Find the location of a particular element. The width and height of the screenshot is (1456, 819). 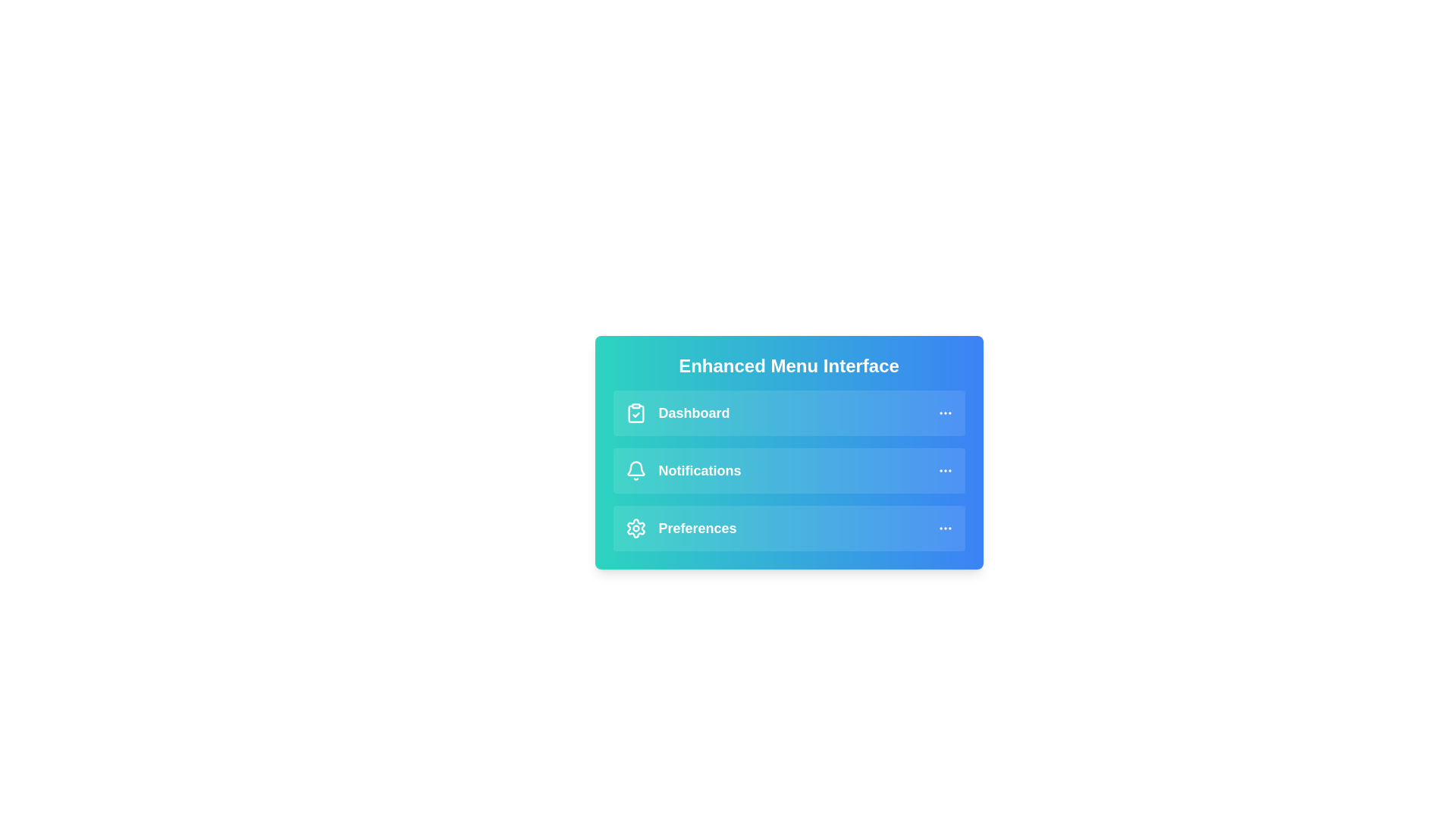

the navigation button located at the bottom of the vertical menu list, which leads to the settings or preferences page is located at coordinates (679, 528).